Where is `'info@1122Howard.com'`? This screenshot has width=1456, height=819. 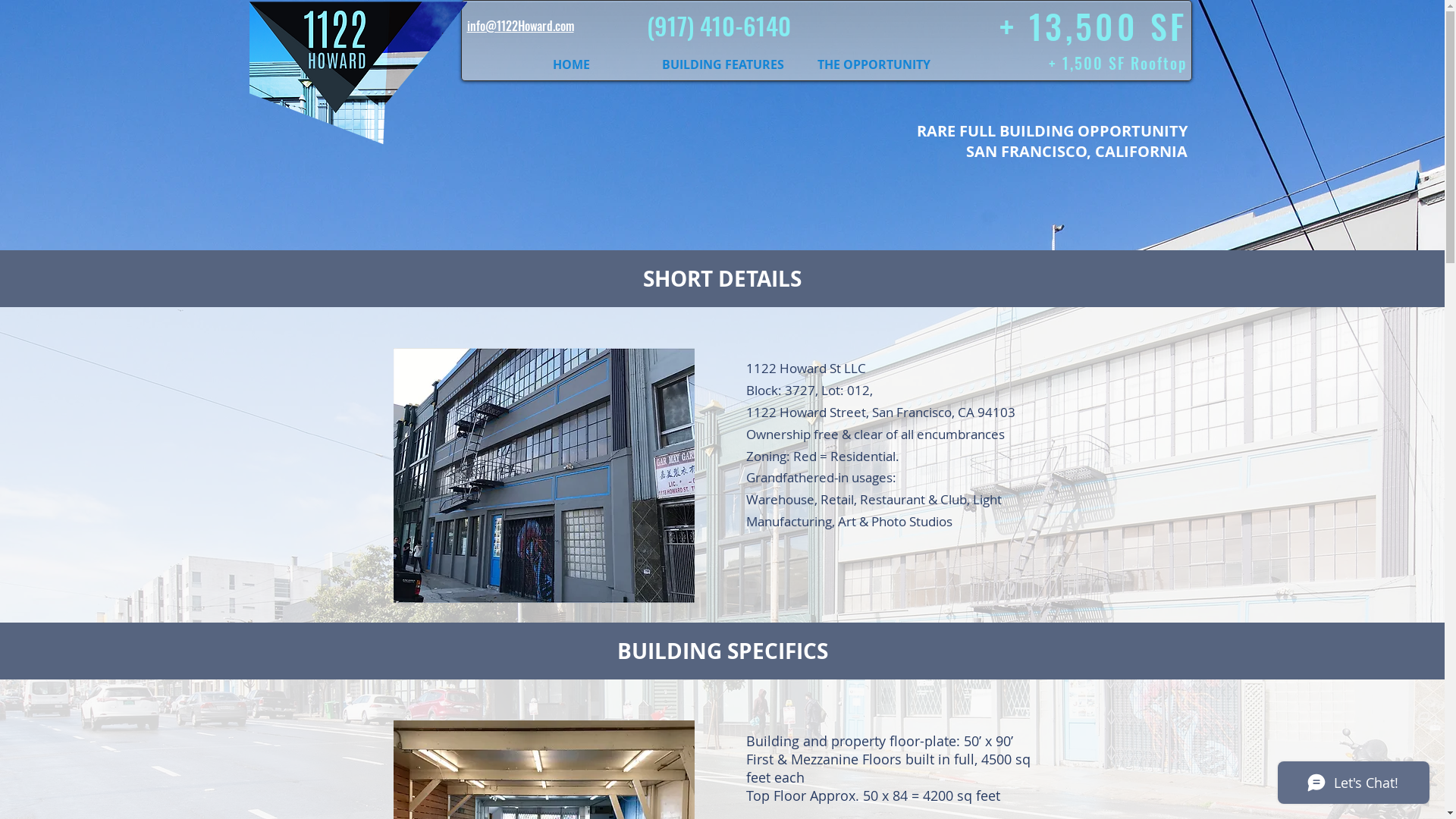
'info@1122Howard.com' is located at coordinates (520, 26).